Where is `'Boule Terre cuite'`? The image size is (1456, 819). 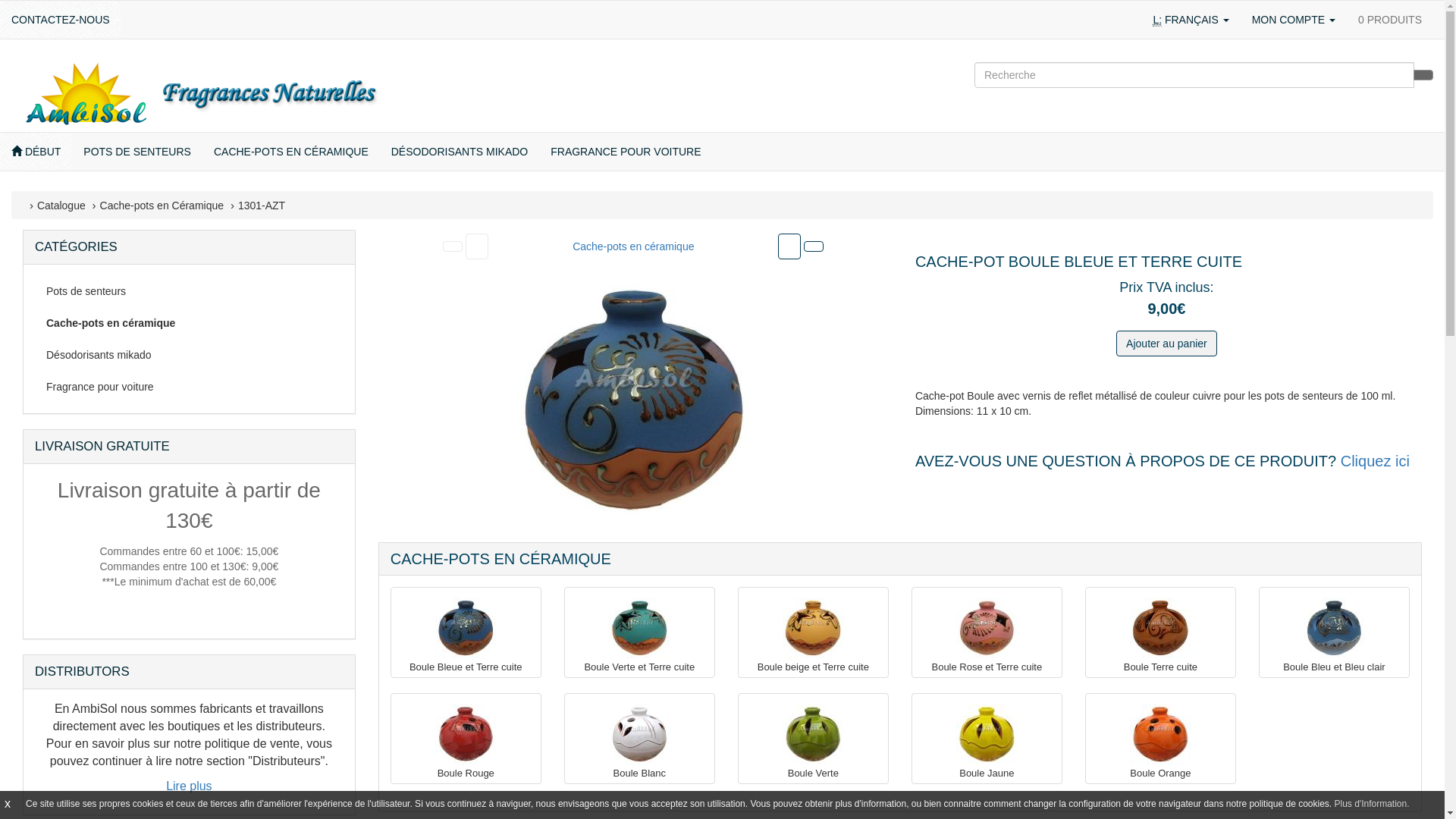 'Boule Terre cuite' is located at coordinates (1159, 628).